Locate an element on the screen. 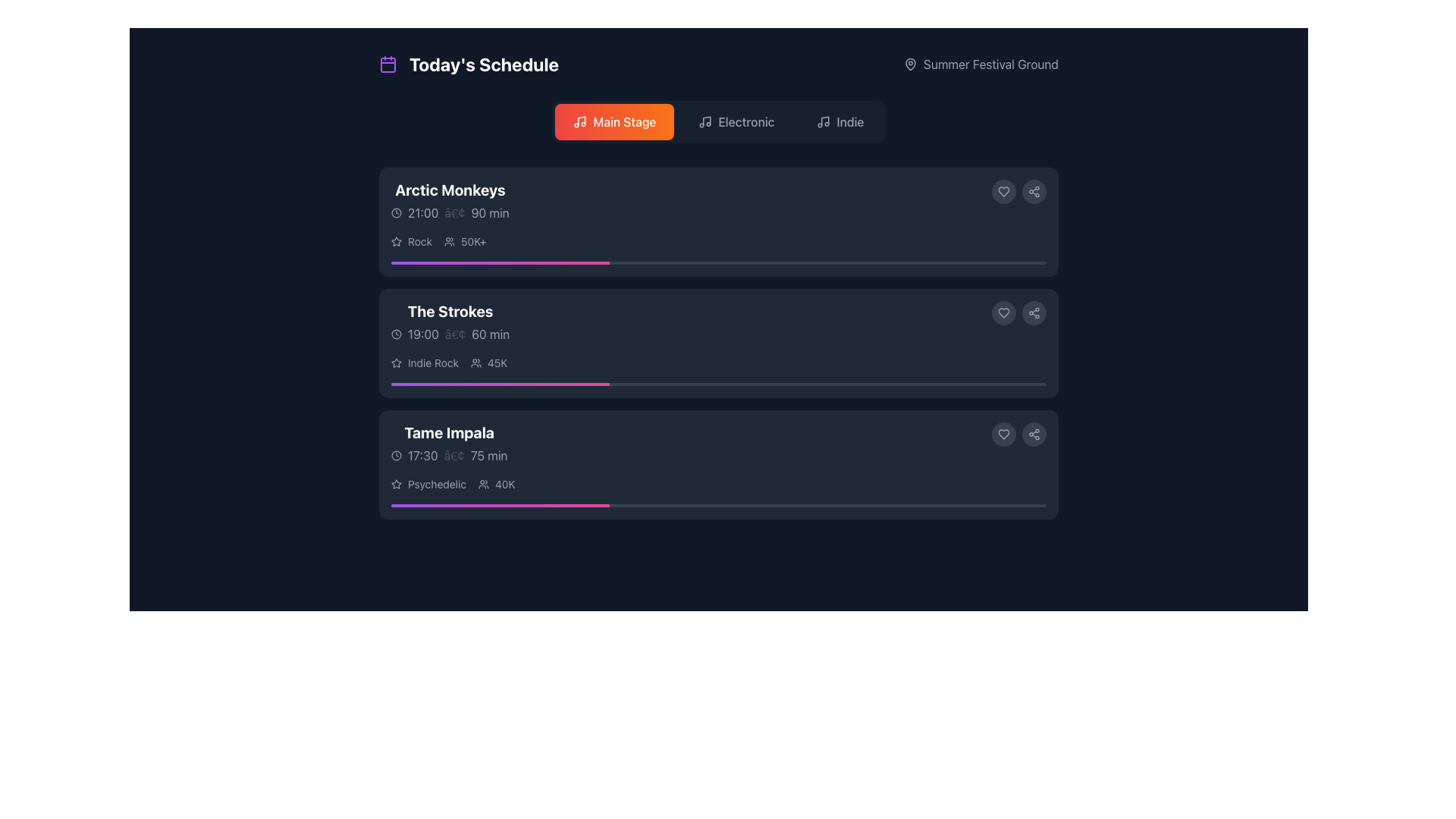 The height and width of the screenshot is (819, 1456). the visual separator element that enhances readability between the text '19:00' and '60 min' is located at coordinates (454, 333).